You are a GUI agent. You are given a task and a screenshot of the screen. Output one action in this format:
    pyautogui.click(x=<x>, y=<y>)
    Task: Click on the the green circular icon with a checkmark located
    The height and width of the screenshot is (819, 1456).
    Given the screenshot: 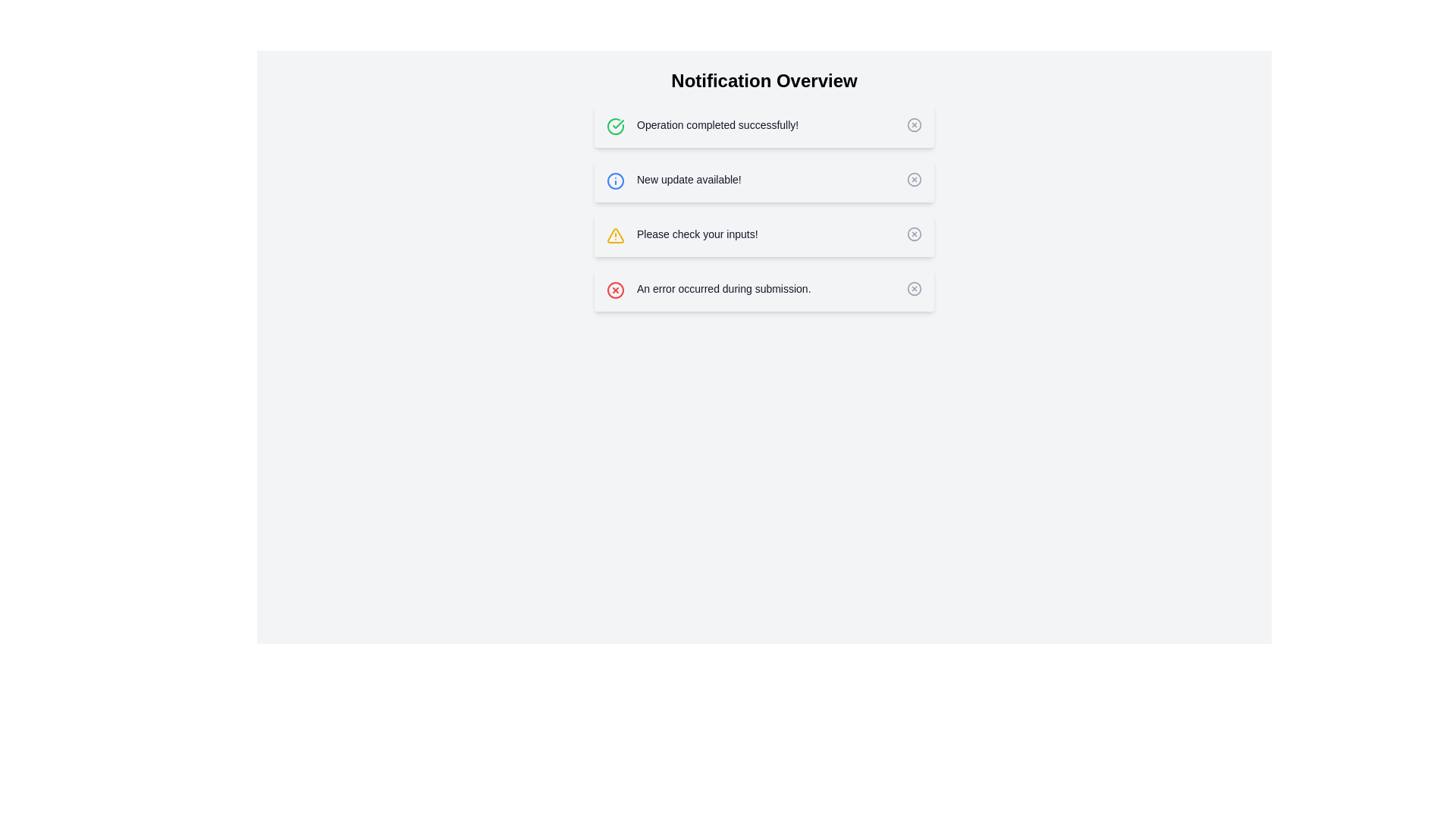 What is the action you would take?
    pyautogui.click(x=615, y=125)
    